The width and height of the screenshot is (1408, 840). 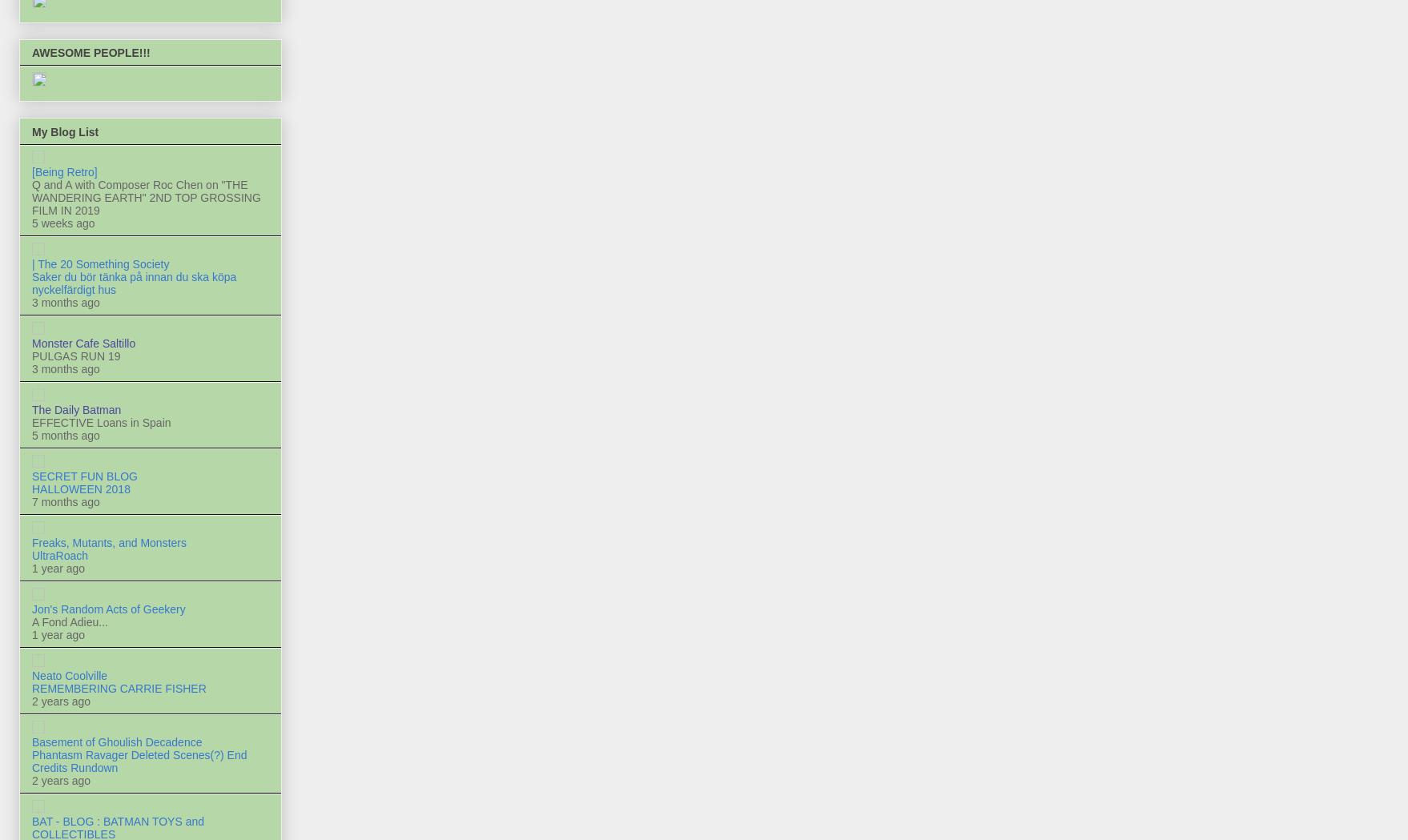 I want to click on 'Freaks, Mutants, and Monsters', so click(x=109, y=541).